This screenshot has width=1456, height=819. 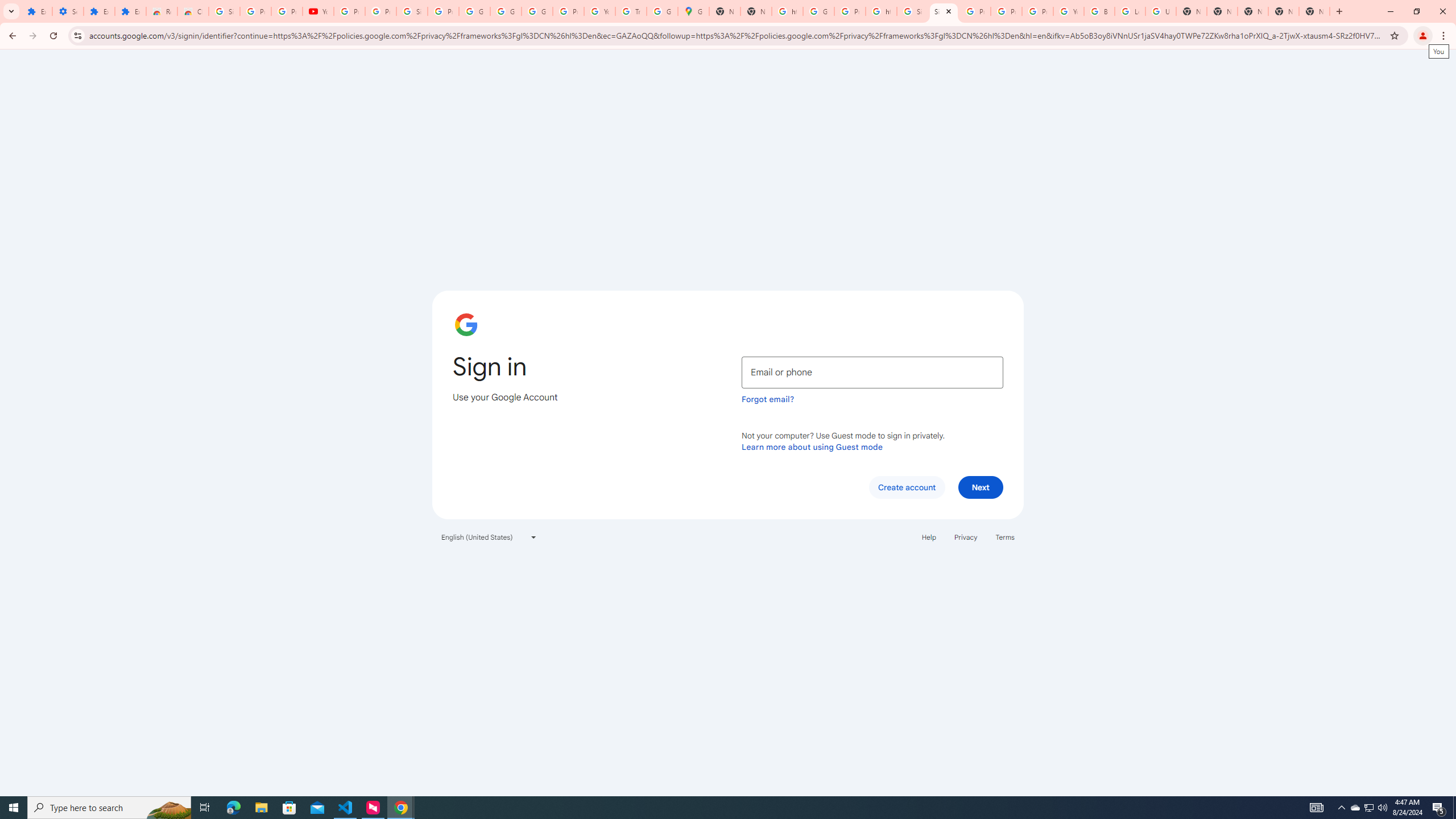 What do you see at coordinates (99, 11) in the screenshot?
I see `'Extensions'` at bounding box center [99, 11].